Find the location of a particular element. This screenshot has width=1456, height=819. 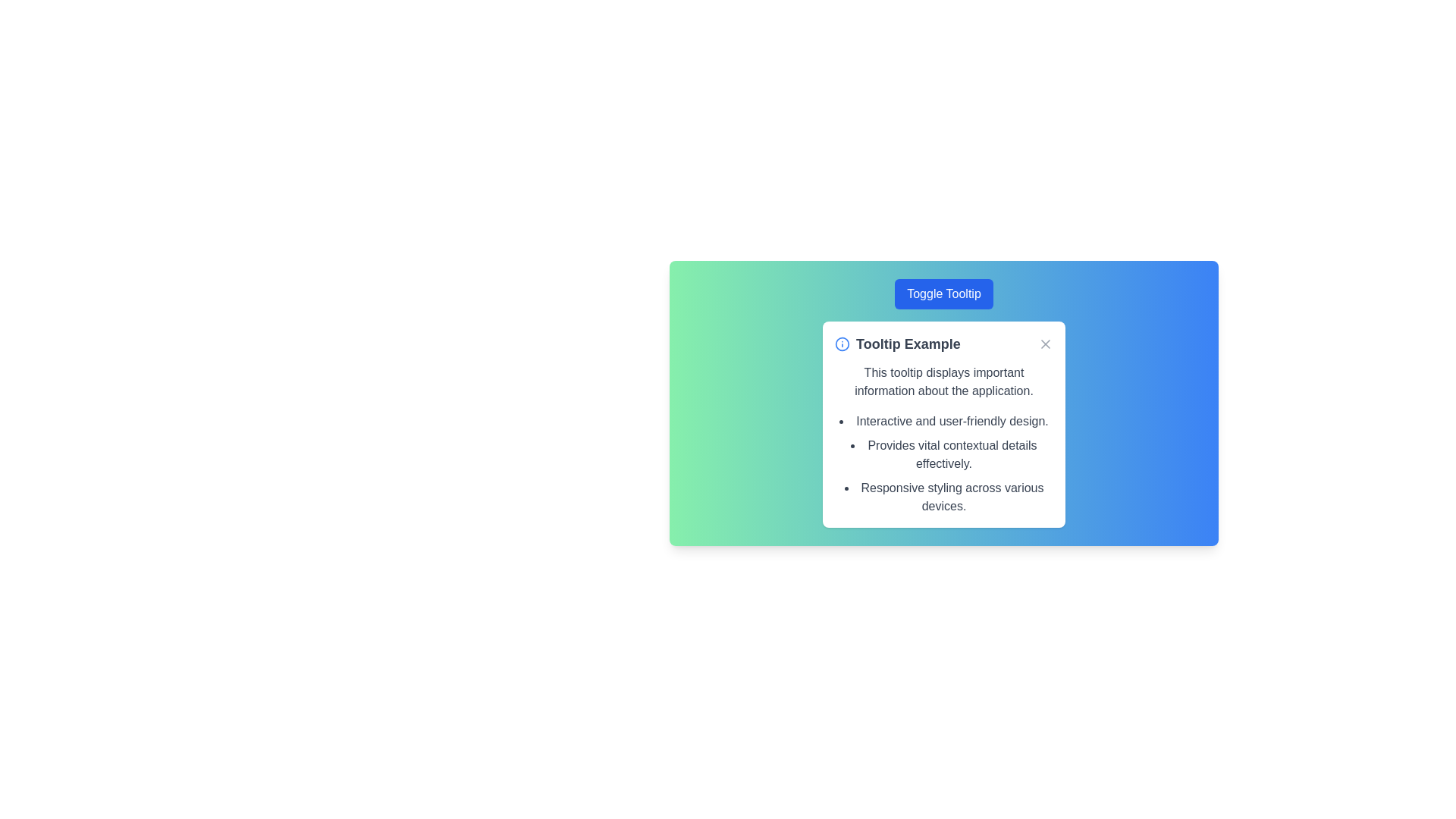

text from the header of the tooltip box which includes an icon on the left and a close button on the right is located at coordinates (943, 344).